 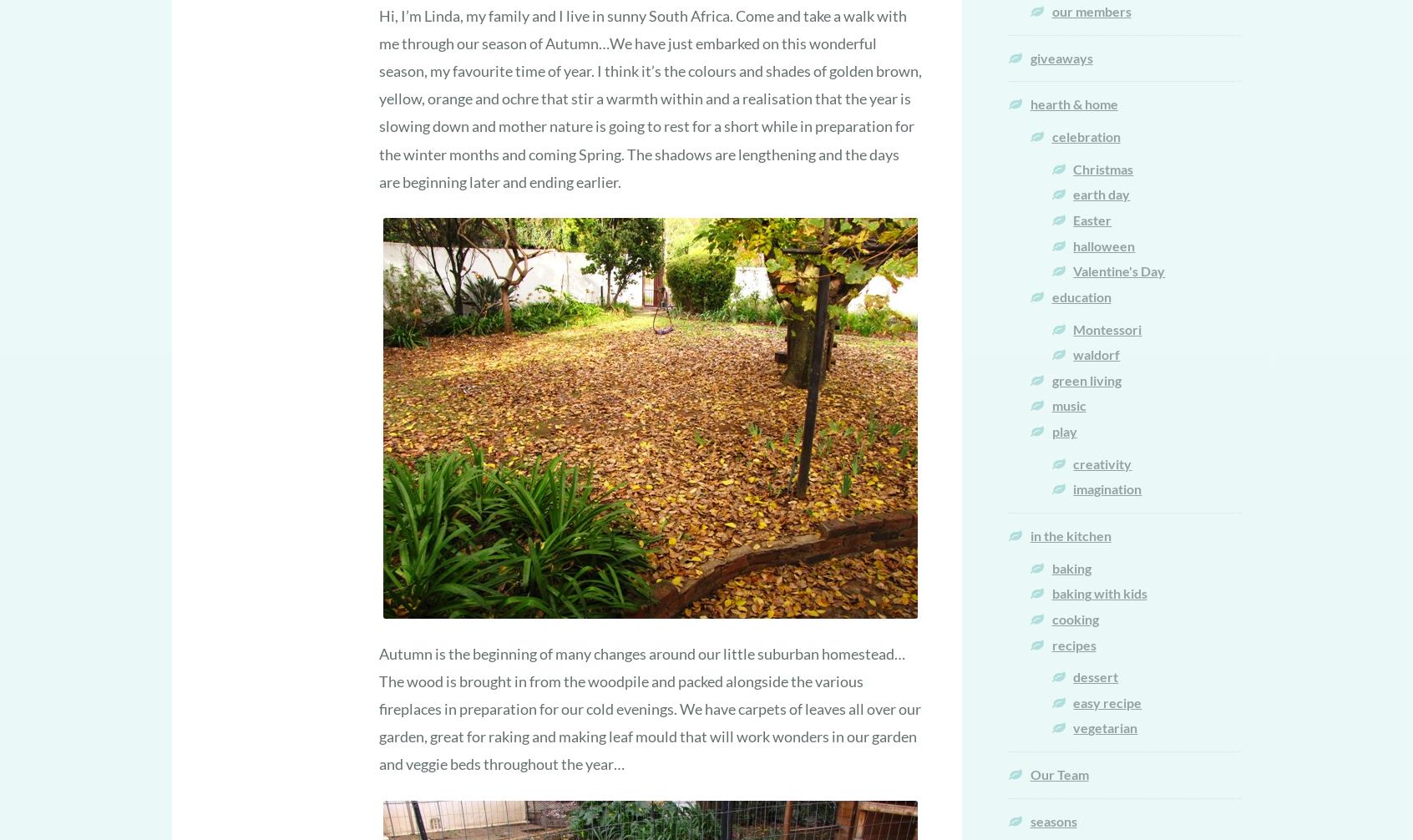 What do you see at coordinates (1029, 57) in the screenshot?
I see `'giveaways'` at bounding box center [1029, 57].